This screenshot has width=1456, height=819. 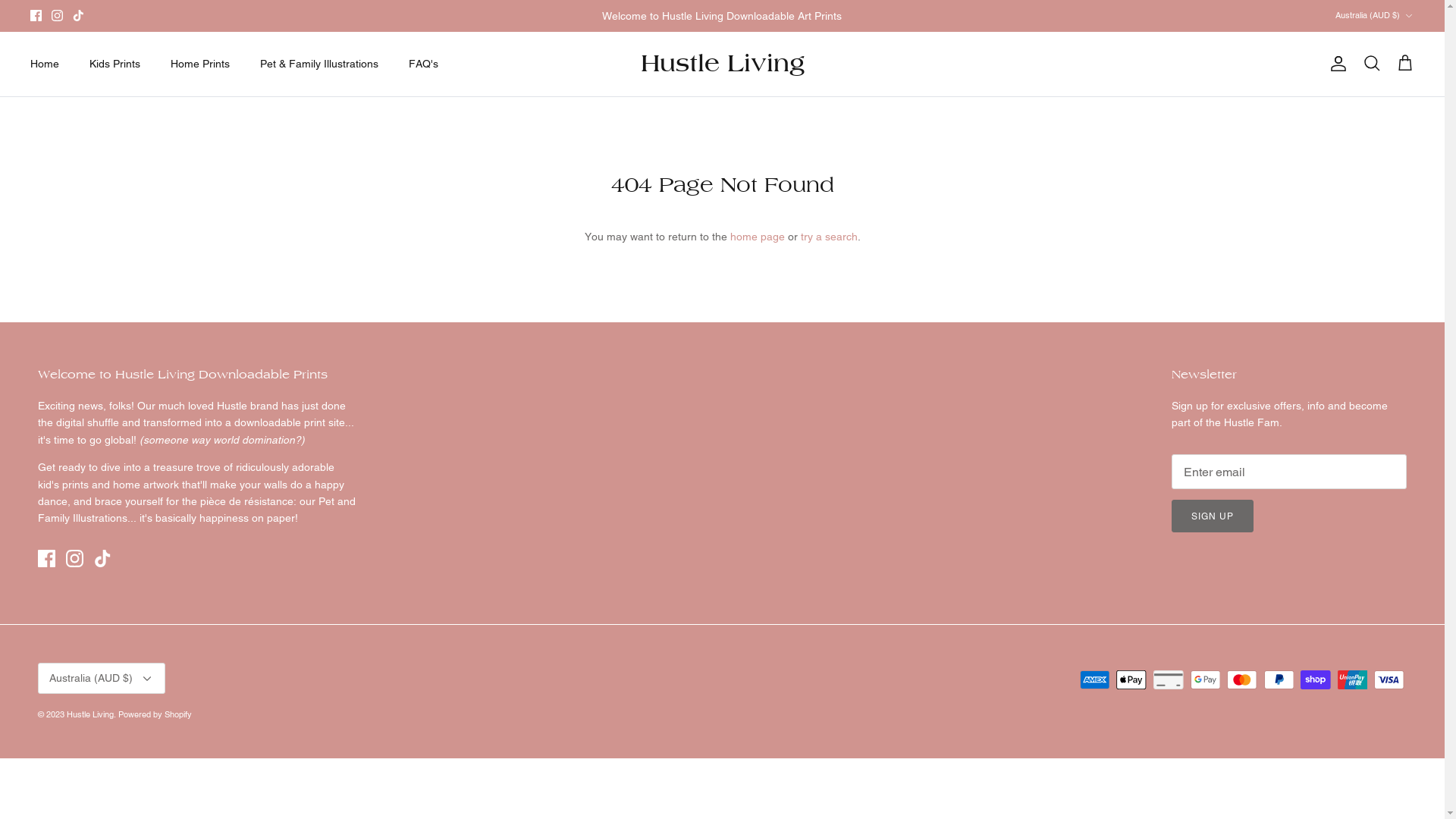 What do you see at coordinates (1375, 15) in the screenshot?
I see `'Australia (AUD $)` at bounding box center [1375, 15].